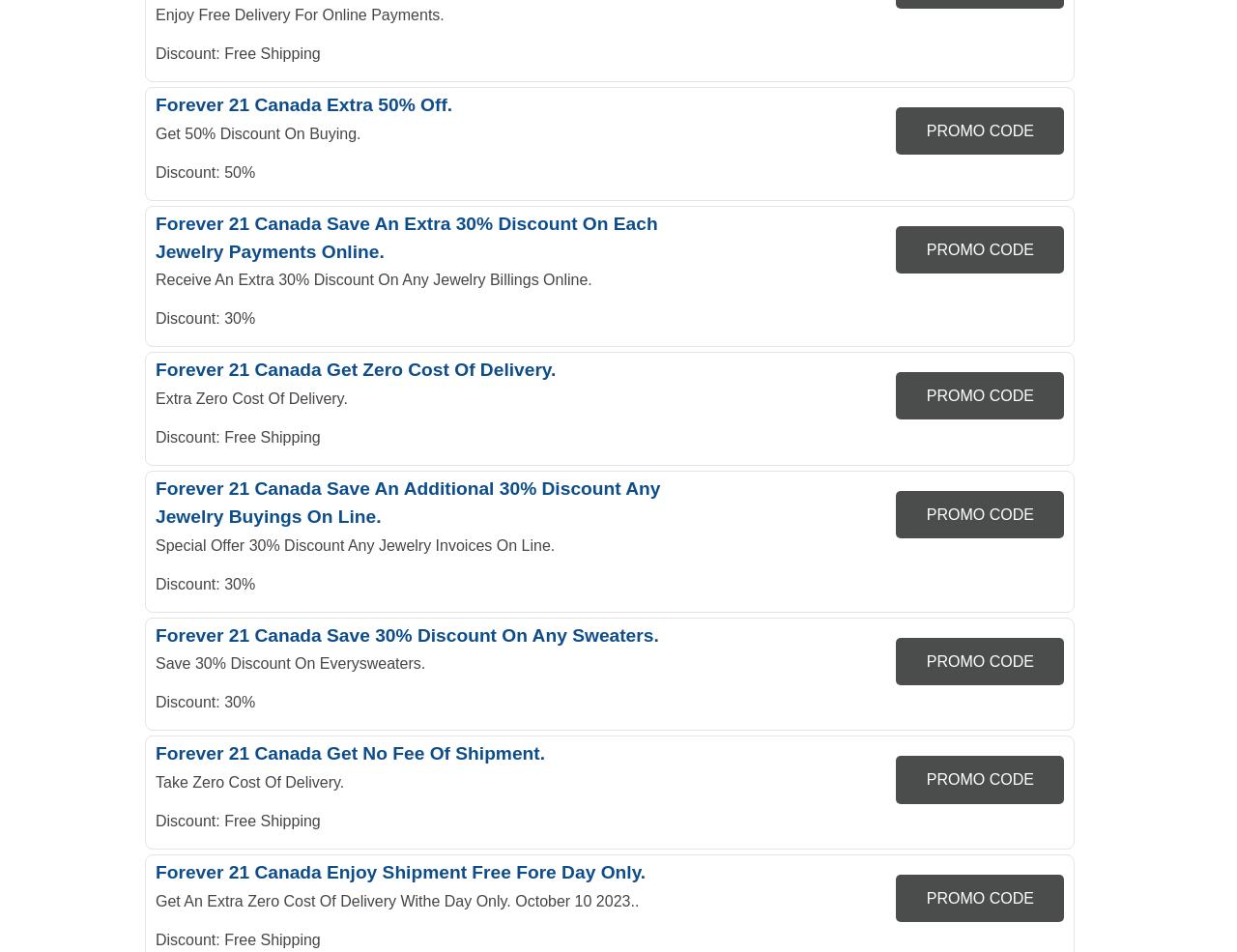  Describe the element at coordinates (249, 397) in the screenshot. I see `'Extra Zero Cost Of Delivery.'` at that location.